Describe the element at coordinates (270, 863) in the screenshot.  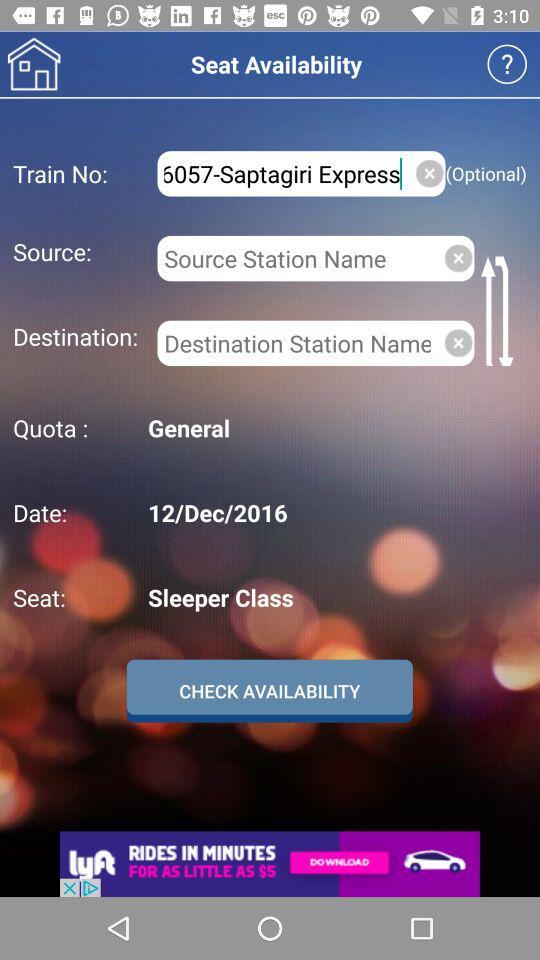
I see `advertisement link` at that location.